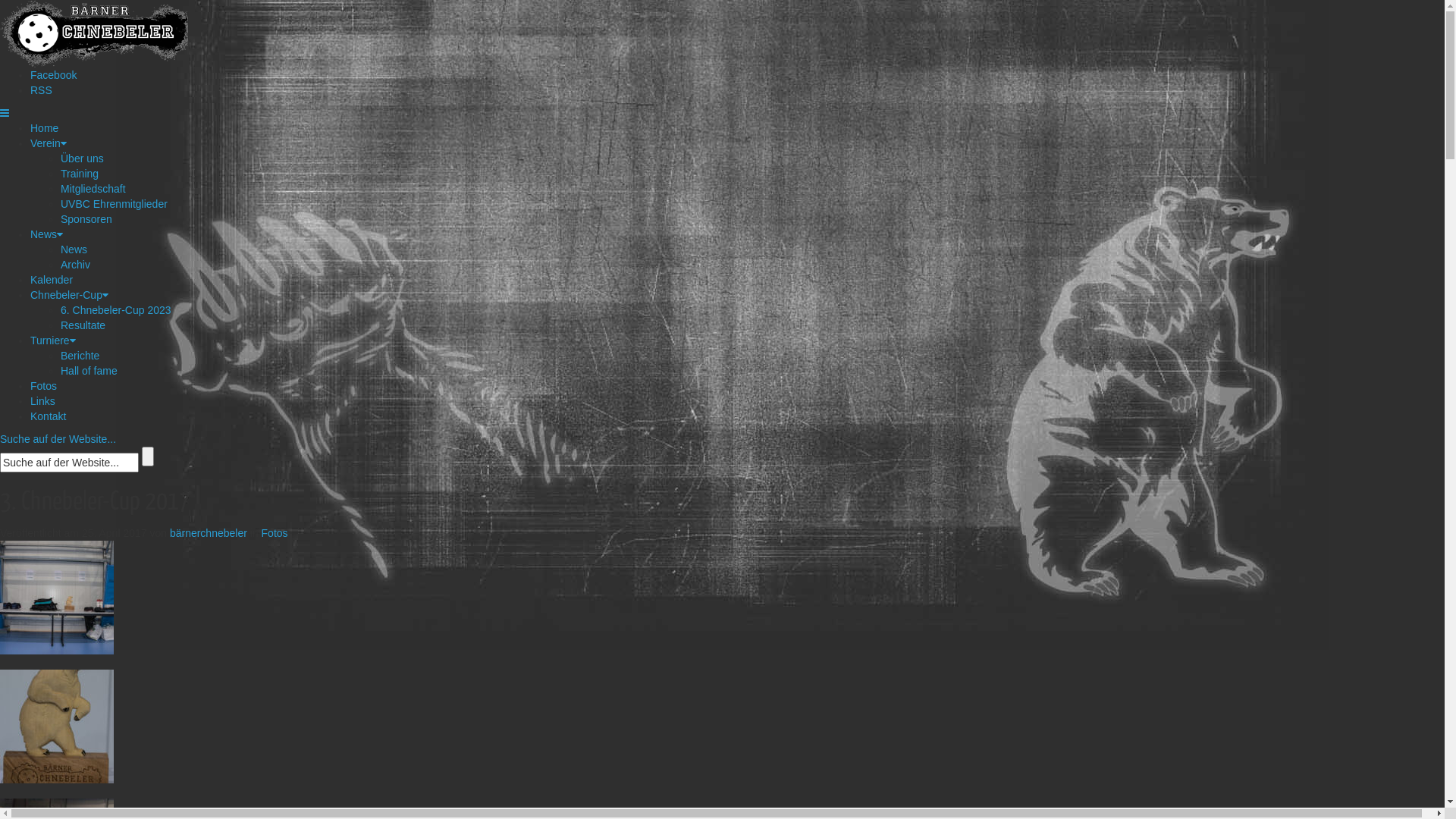  Describe the element at coordinates (68, 295) in the screenshot. I see `'Chnebeler-Cup'` at that location.